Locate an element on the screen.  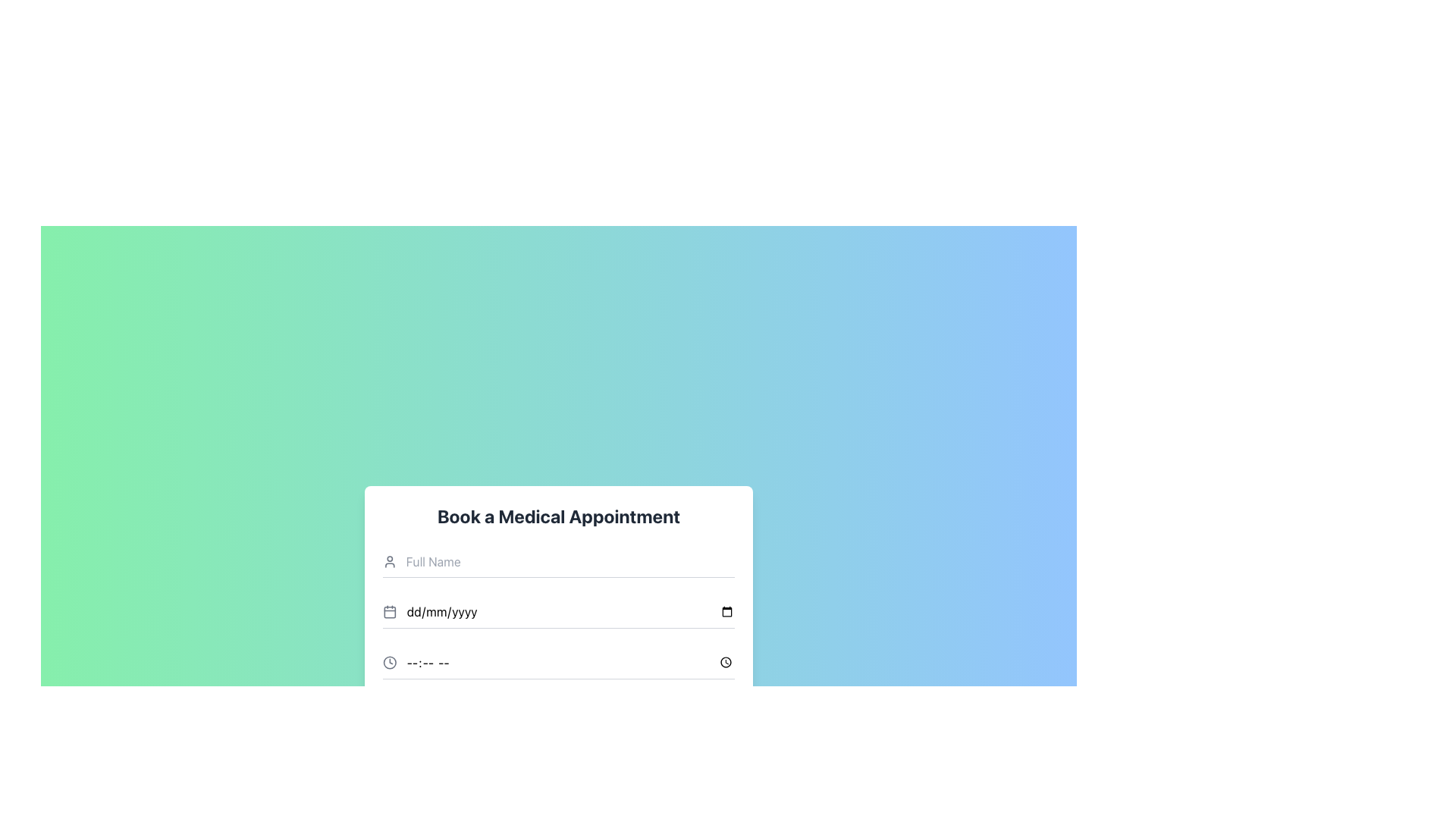
the Date input field to enable date input for appointment selection is located at coordinates (558, 610).